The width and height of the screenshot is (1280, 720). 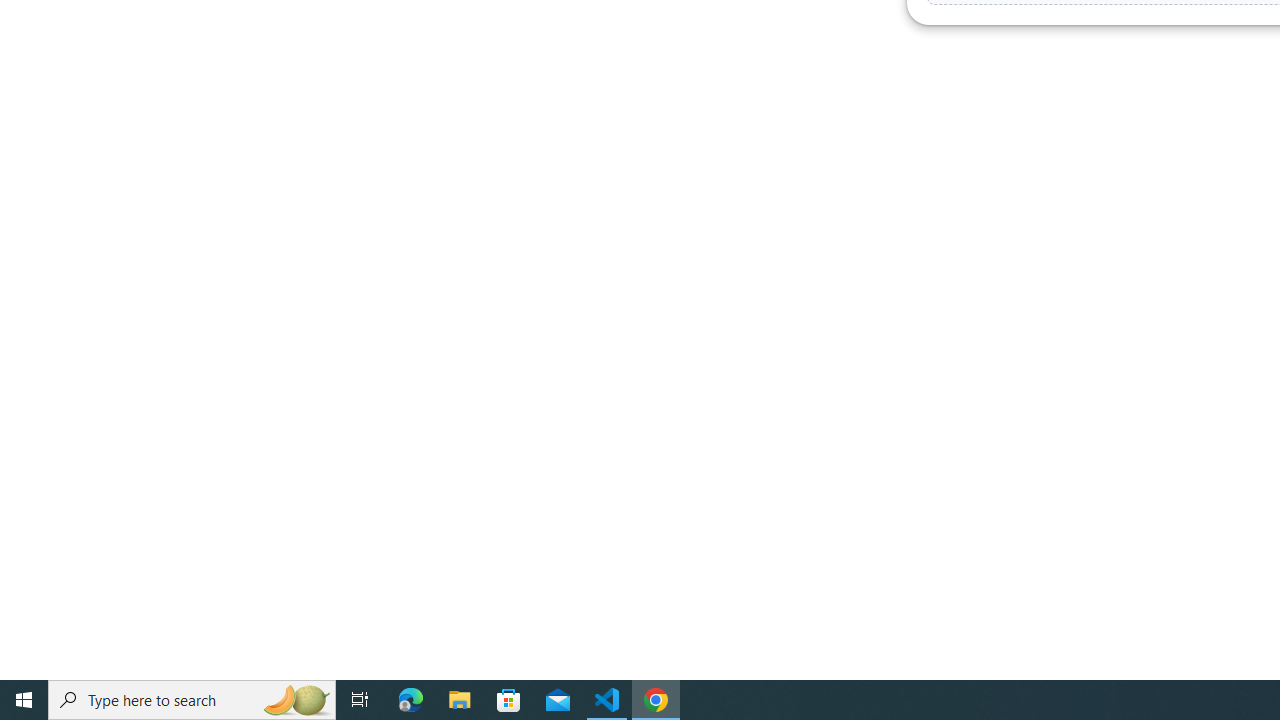 What do you see at coordinates (509, 698) in the screenshot?
I see `'Microsoft Store'` at bounding box center [509, 698].